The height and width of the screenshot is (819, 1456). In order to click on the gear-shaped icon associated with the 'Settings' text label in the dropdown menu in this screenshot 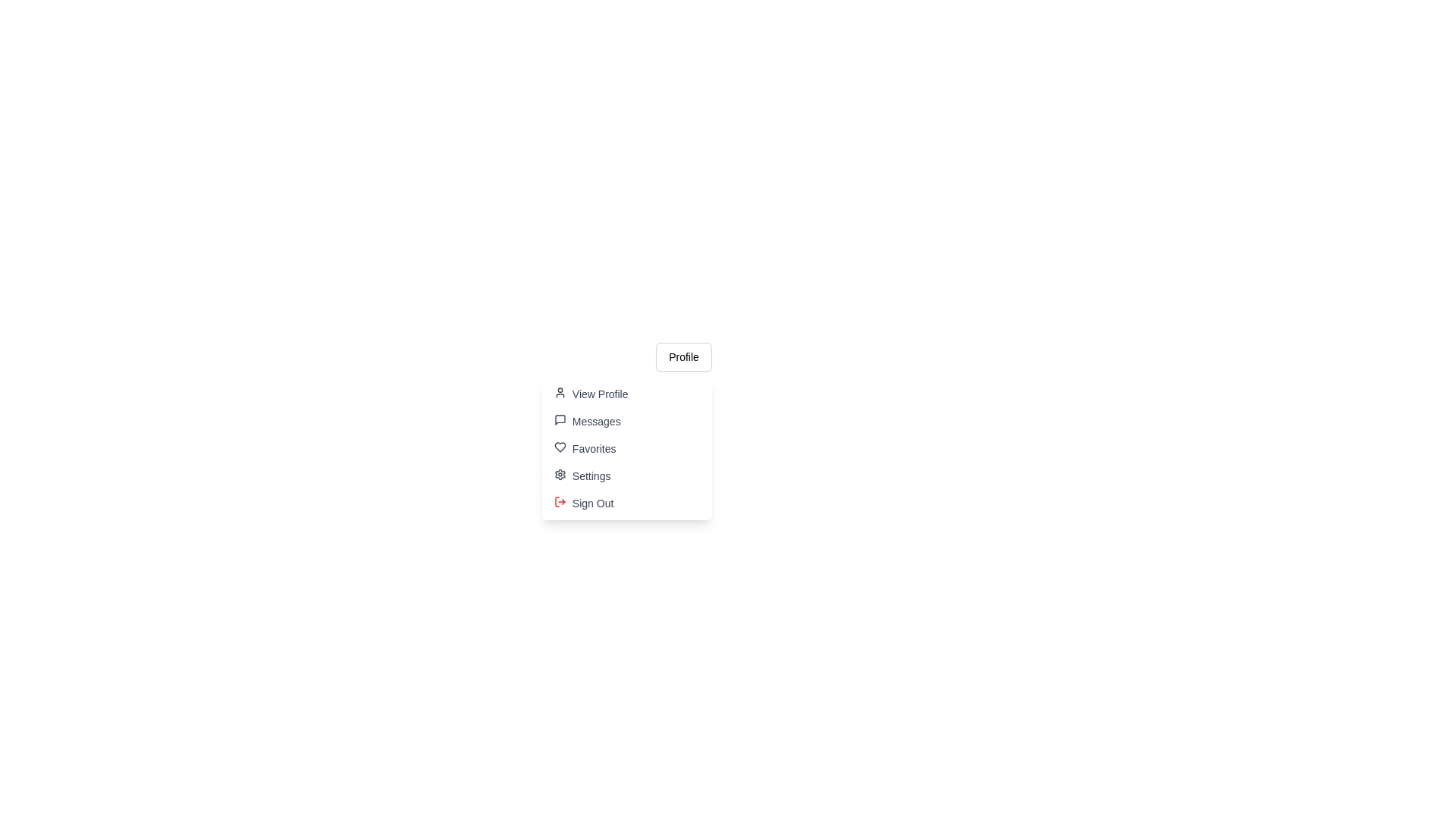, I will do `click(559, 473)`.